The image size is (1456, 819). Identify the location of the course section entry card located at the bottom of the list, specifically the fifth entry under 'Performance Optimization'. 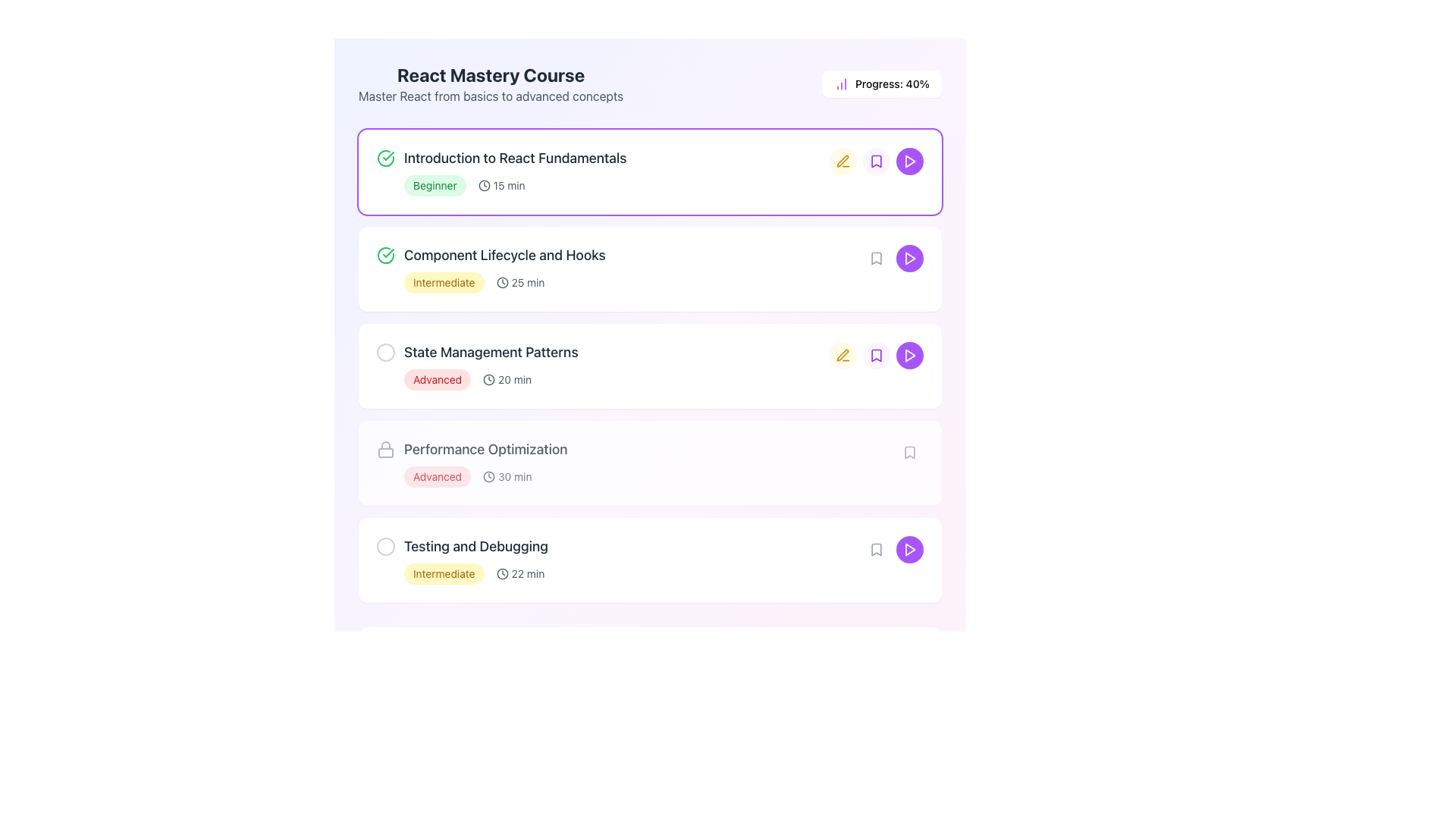
(650, 560).